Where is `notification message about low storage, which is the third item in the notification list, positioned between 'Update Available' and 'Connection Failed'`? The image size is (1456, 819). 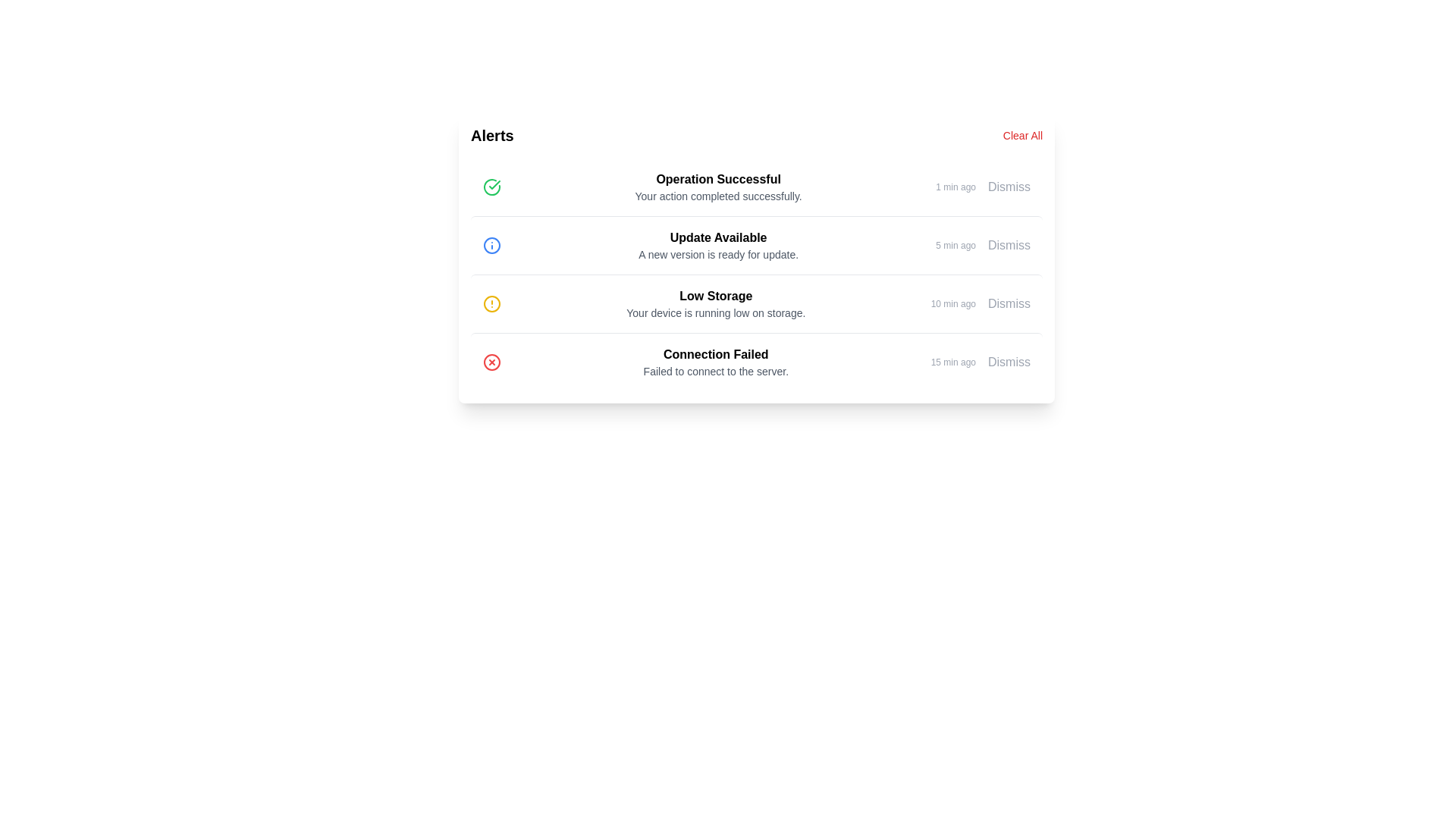 notification message about low storage, which is the third item in the notification list, positioned between 'Update Available' and 'Connection Failed' is located at coordinates (715, 304).